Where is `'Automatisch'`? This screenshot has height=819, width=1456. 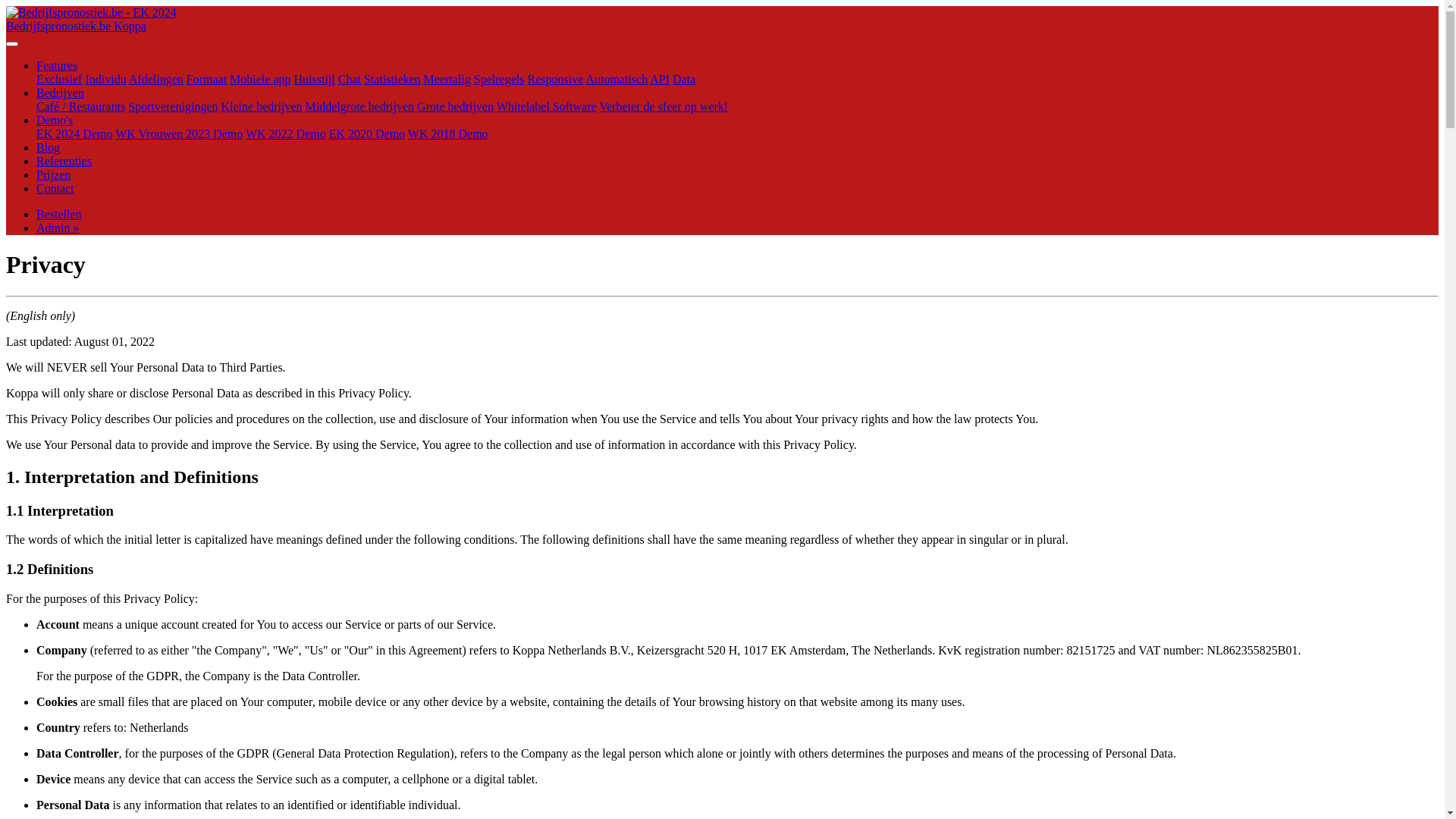 'Automatisch' is located at coordinates (616, 79).